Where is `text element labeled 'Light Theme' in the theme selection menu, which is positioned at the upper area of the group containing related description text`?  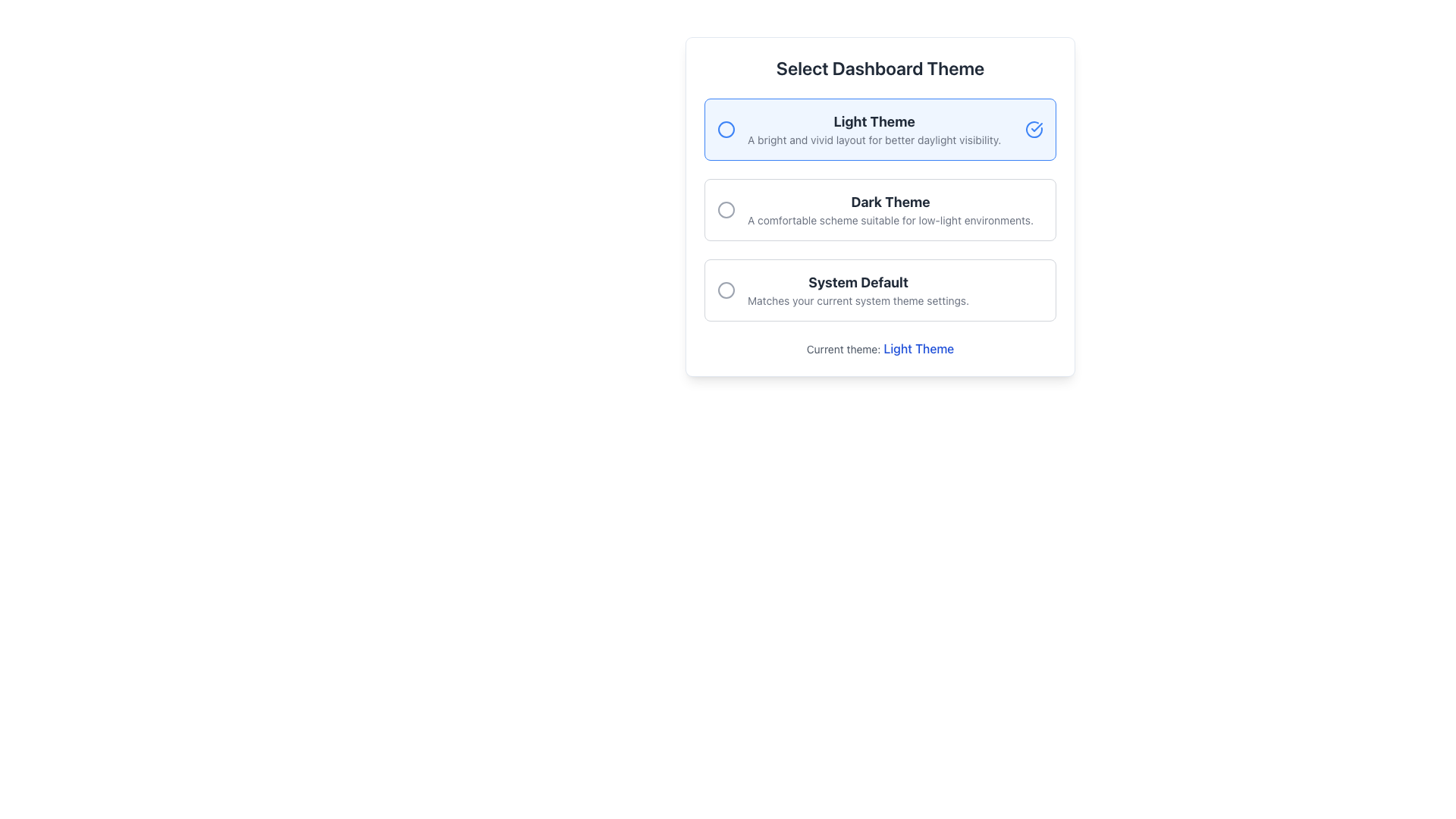 text element labeled 'Light Theme' in the theme selection menu, which is positioned at the upper area of the group containing related description text is located at coordinates (874, 121).